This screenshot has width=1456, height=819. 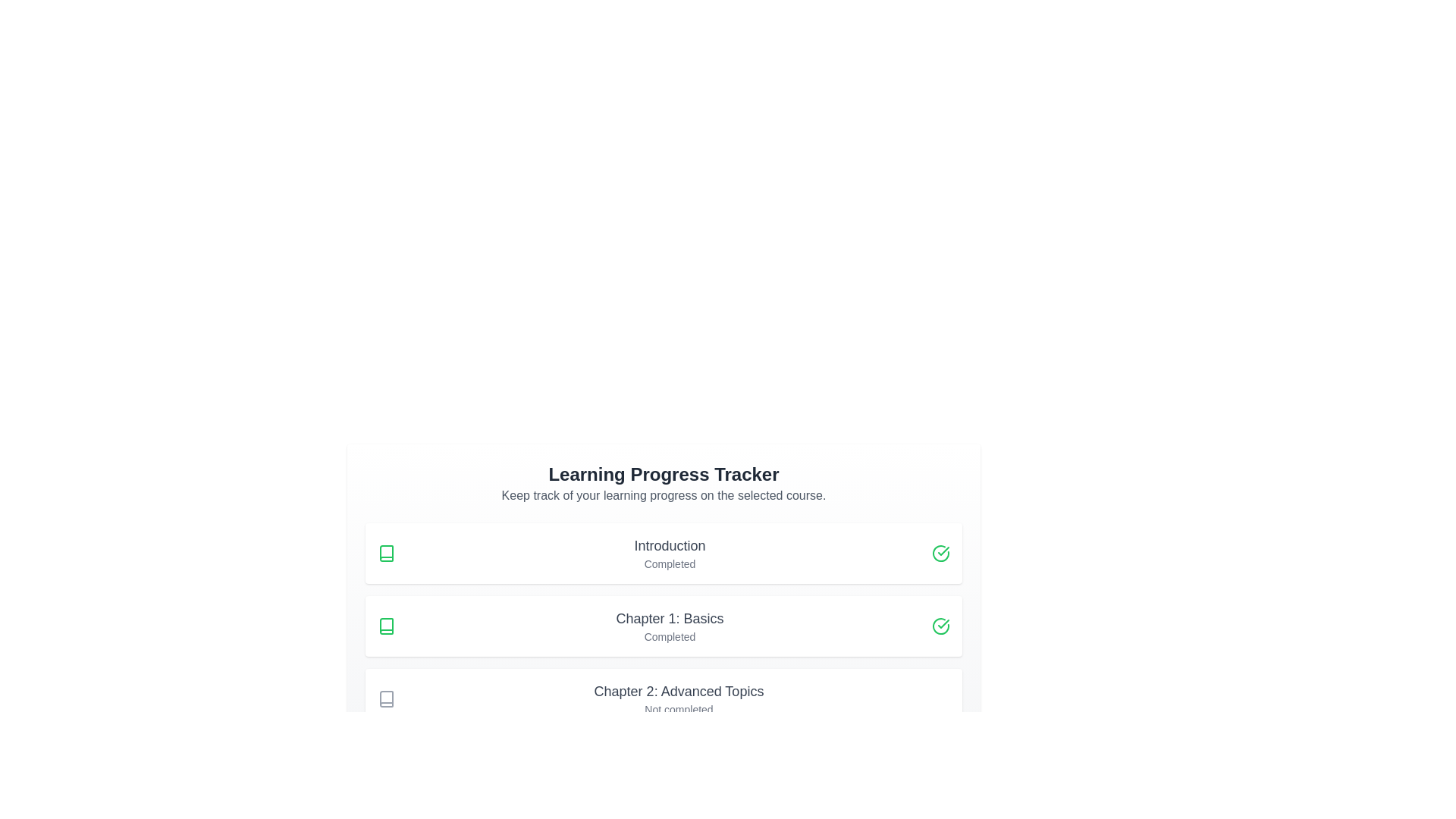 I want to click on the first Card in the Learning Progress Tracker, which has a white background, a green book icon, the text 'Introduction' in gray, and a green checkmark icon on the right, so click(x=664, y=553).